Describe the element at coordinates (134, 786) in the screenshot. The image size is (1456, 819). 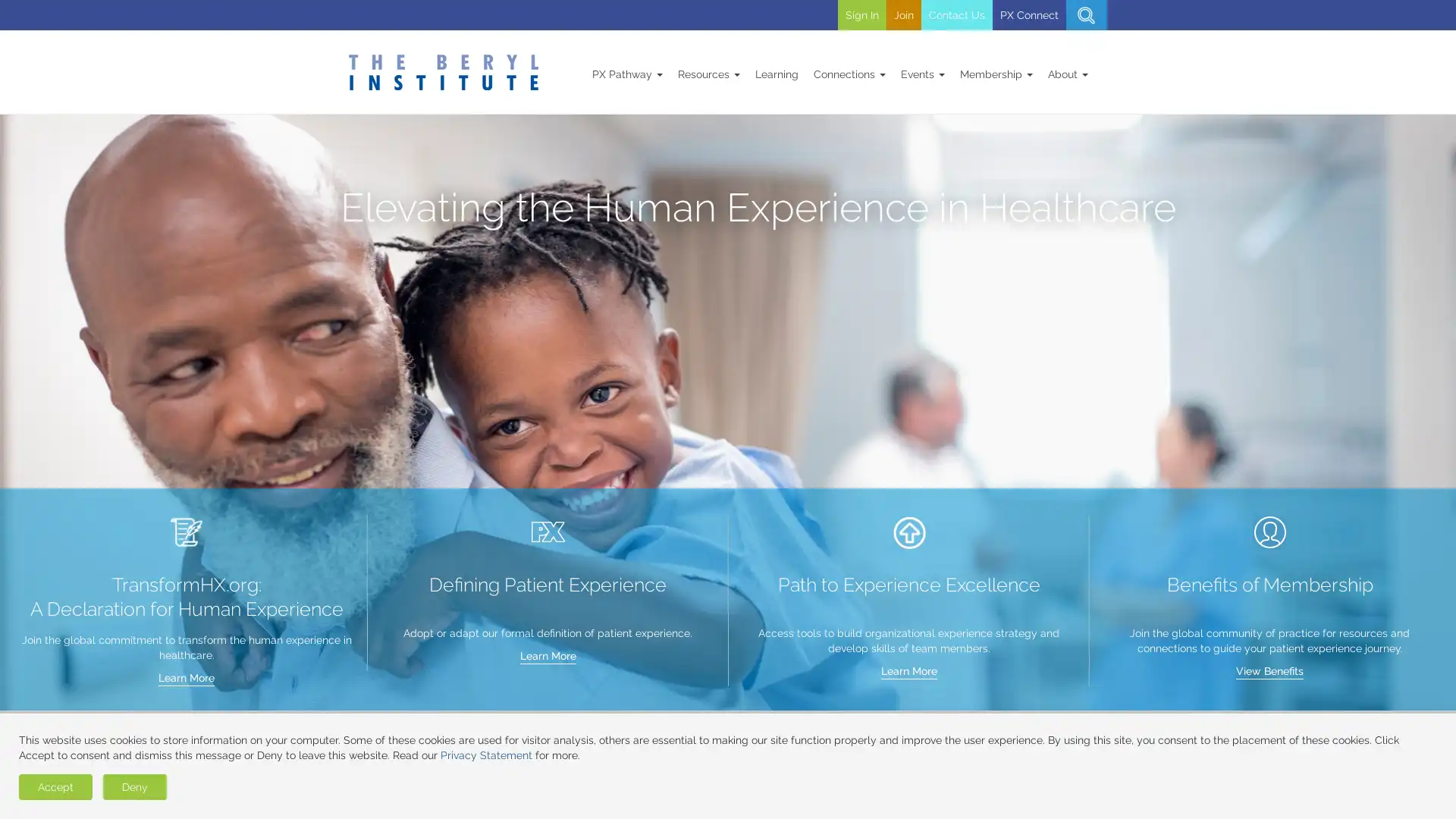
I see `Deny` at that location.